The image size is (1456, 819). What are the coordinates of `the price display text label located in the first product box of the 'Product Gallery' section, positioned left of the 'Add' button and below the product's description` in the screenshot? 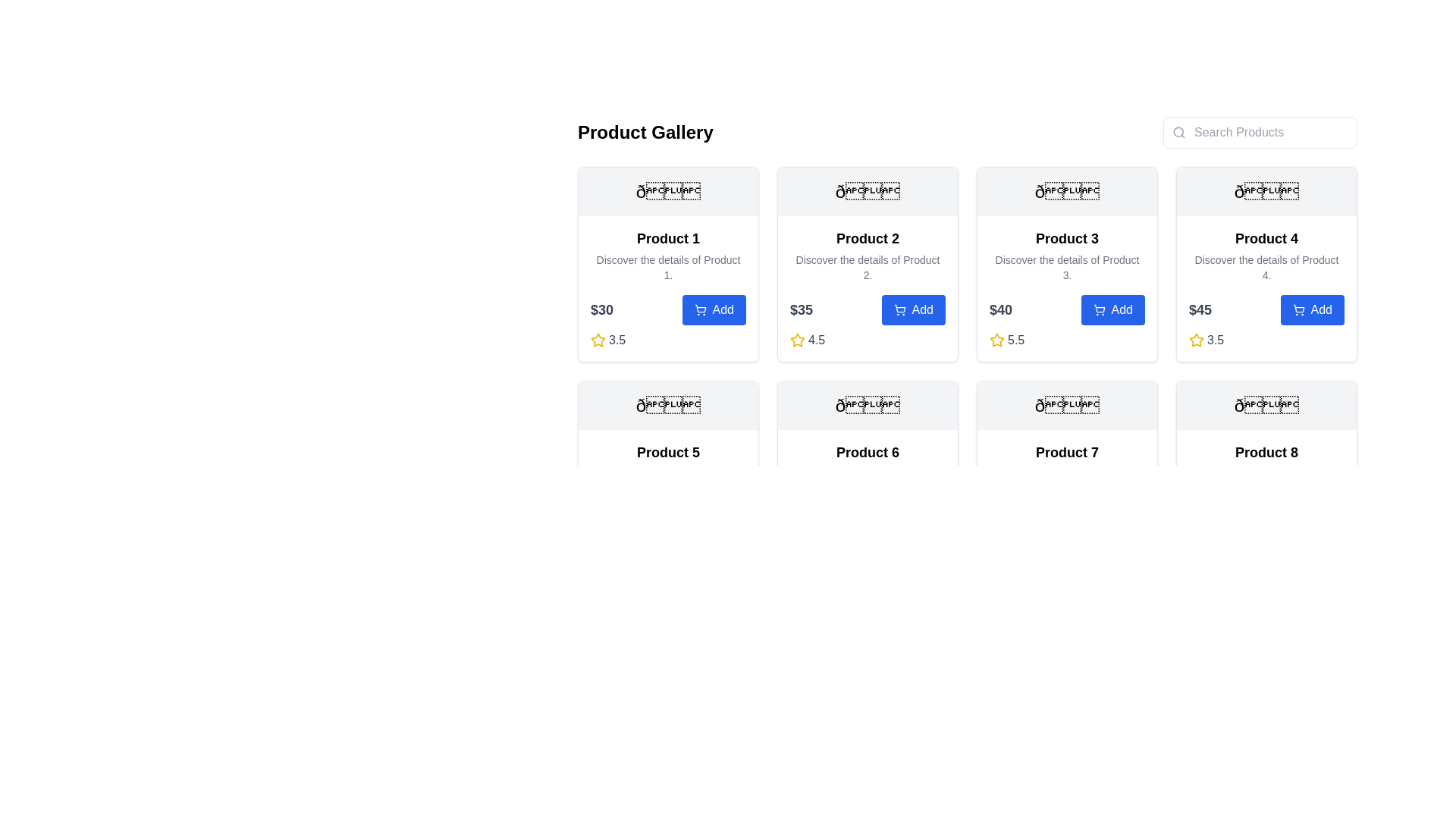 It's located at (601, 309).